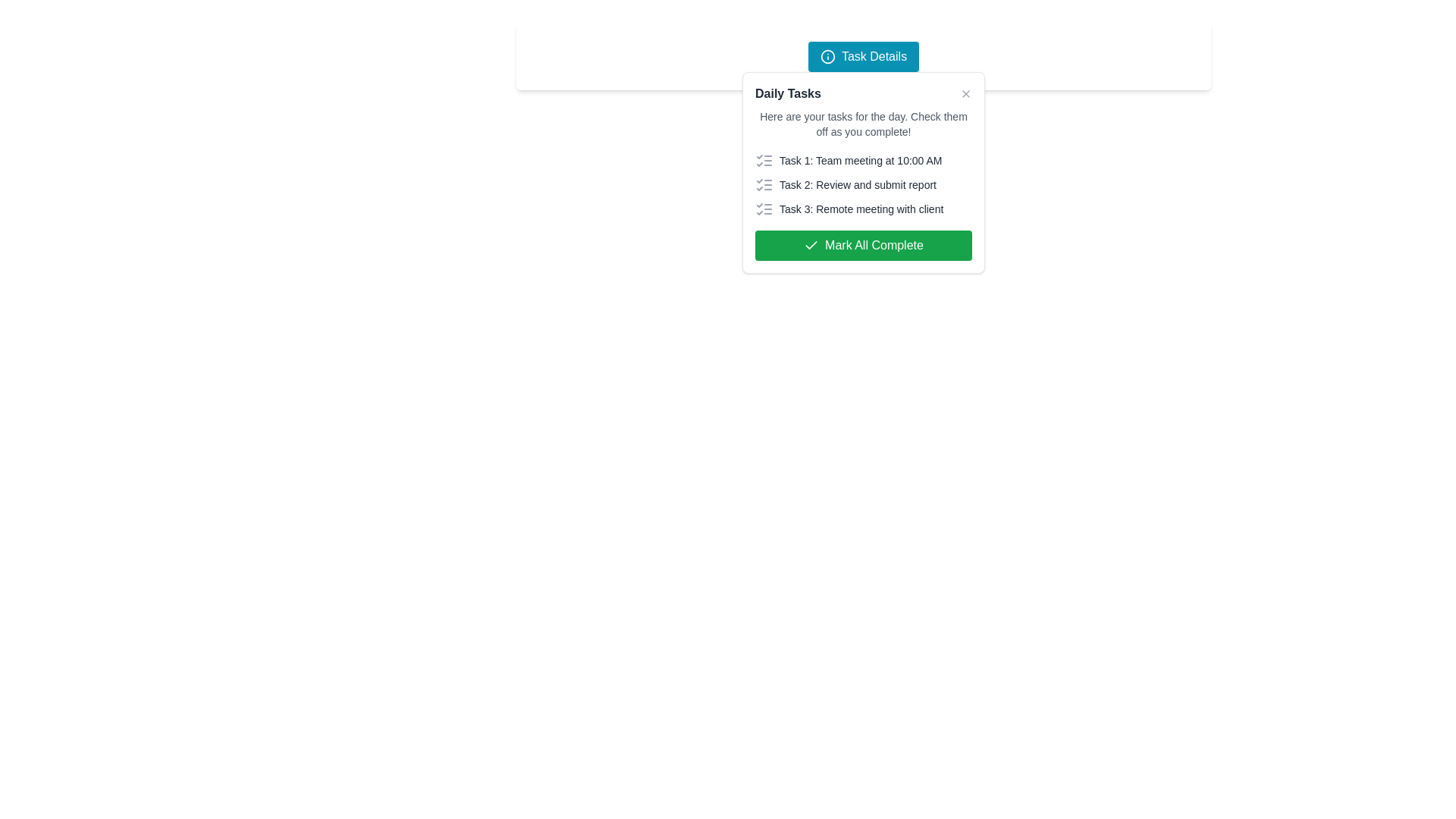  Describe the element at coordinates (863, 161) in the screenshot. I see `the first task entry in the task management interface that reads 'Task 1: Team meeting at 10:00 AM' with a checklist icon` at that location.